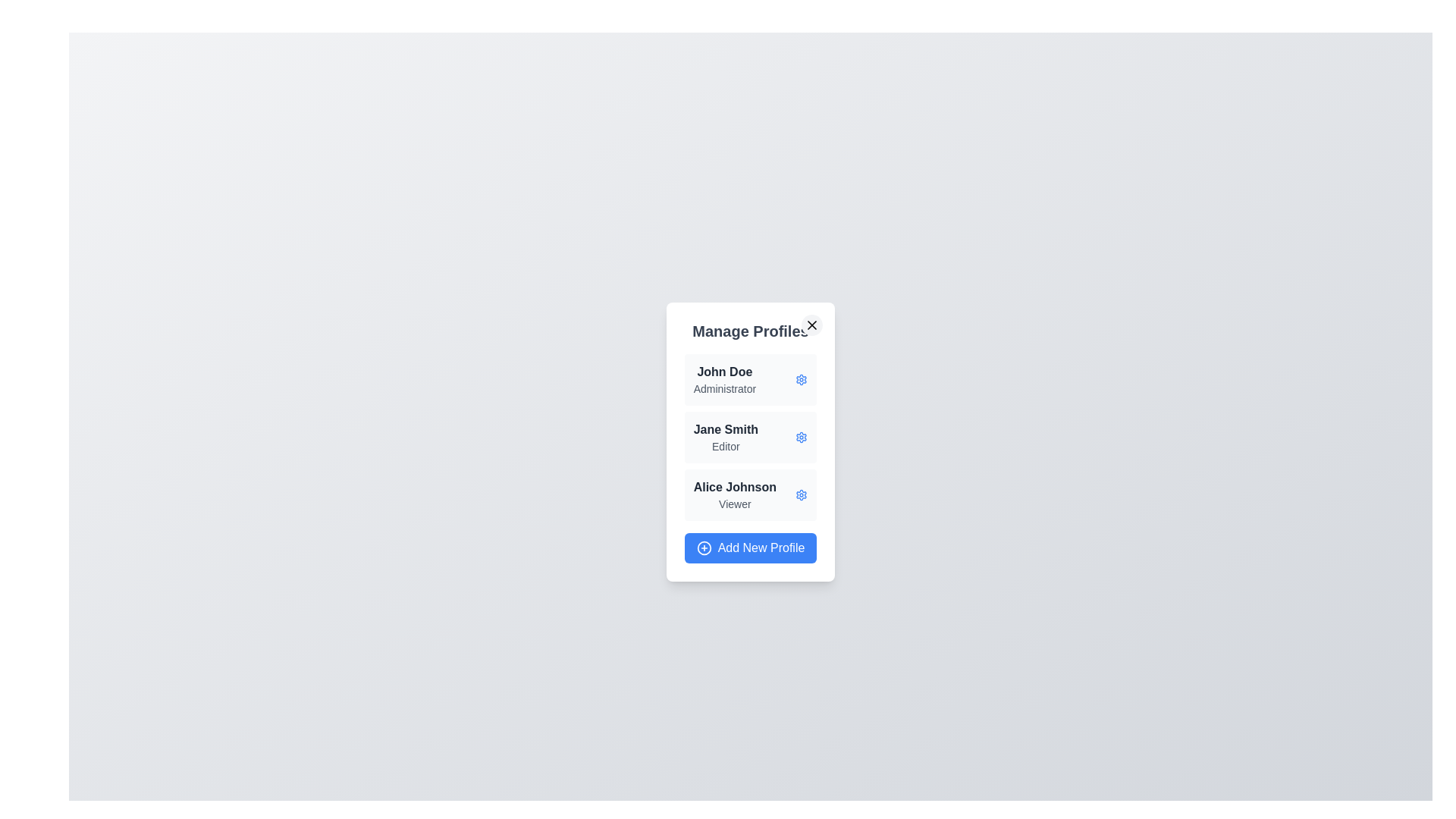  Describe the element at coordinates (801, 494) in the screenshot. I see `gear icon next to the profile named Alice Johnson` at that location.